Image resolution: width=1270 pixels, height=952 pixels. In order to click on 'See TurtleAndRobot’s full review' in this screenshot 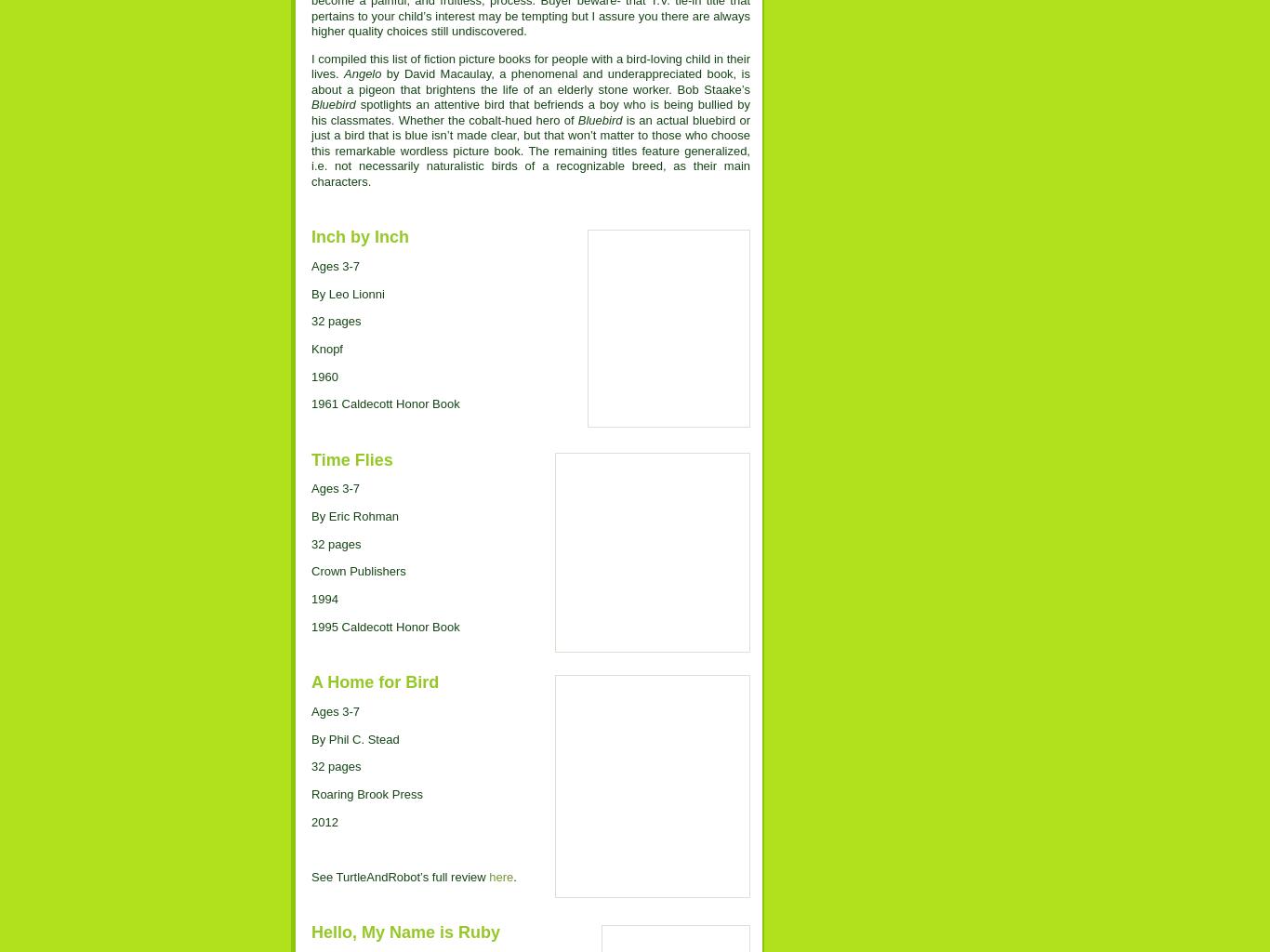, I will do `click(399, 876)`.